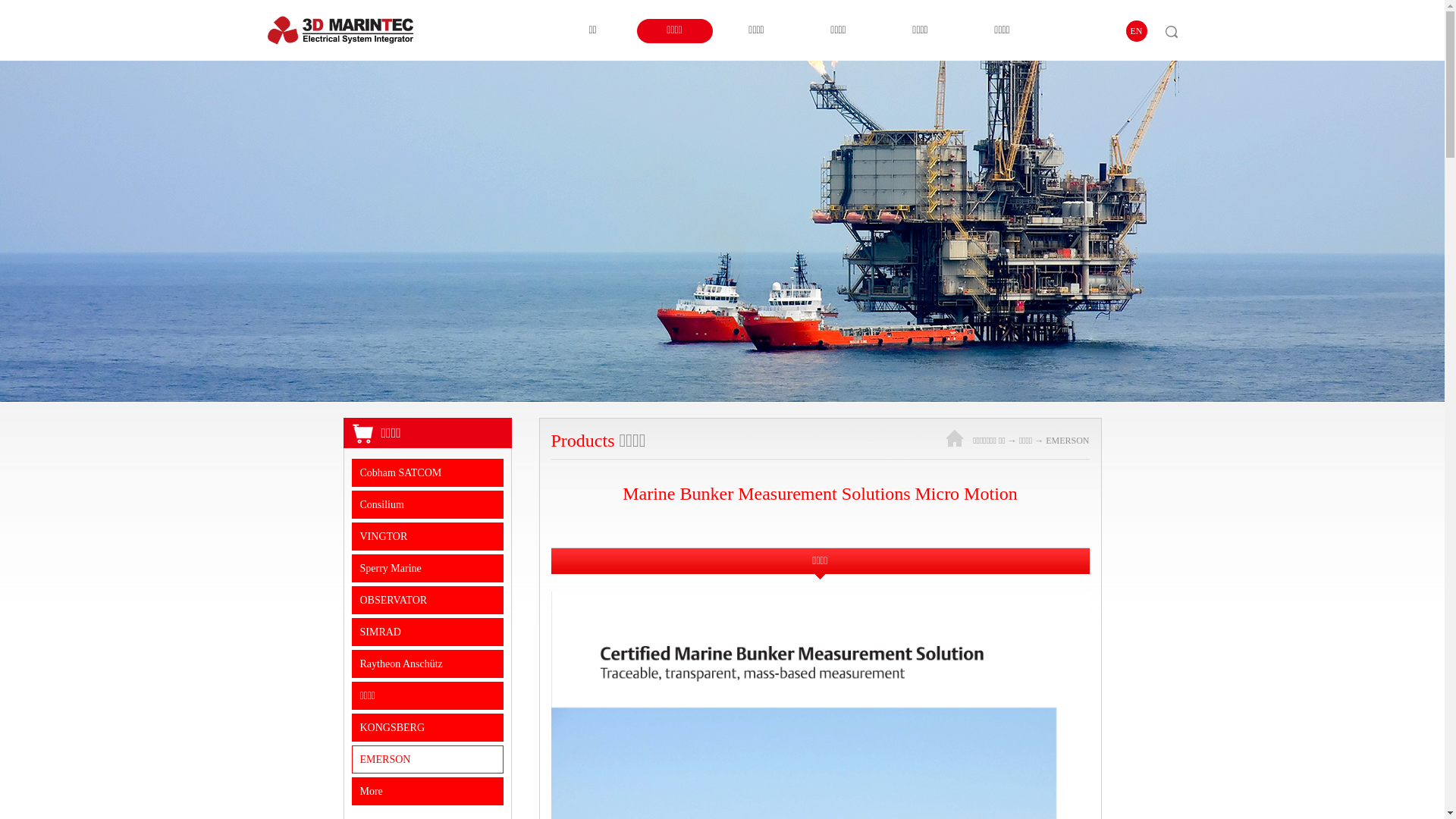  What do you see at coordinates (1135, 31) in the screenshot?
I see `'EN'` at bounding box center [1135, 31].